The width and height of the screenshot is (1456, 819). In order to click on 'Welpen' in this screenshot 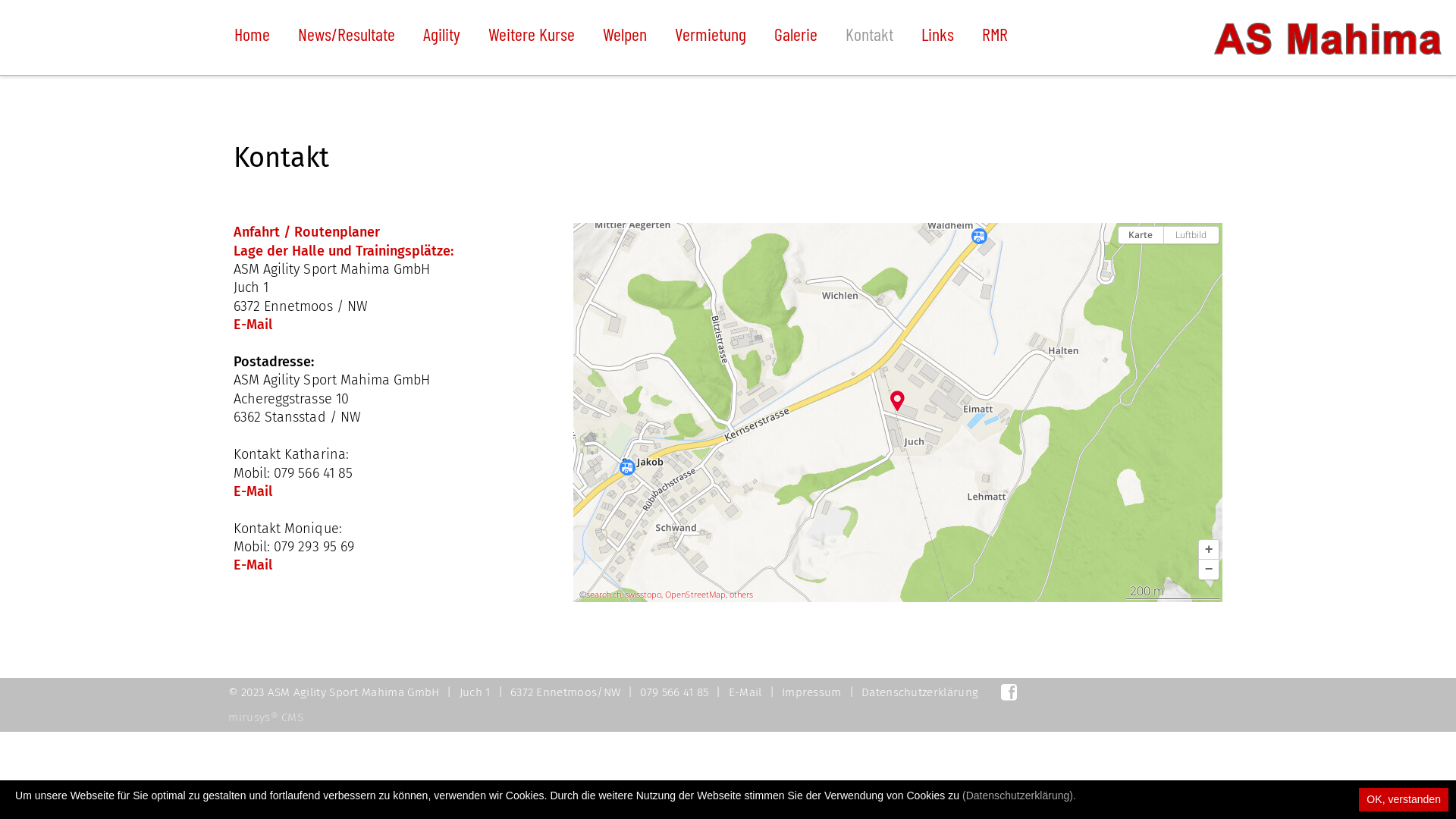, I will do `click(625, 37)`.